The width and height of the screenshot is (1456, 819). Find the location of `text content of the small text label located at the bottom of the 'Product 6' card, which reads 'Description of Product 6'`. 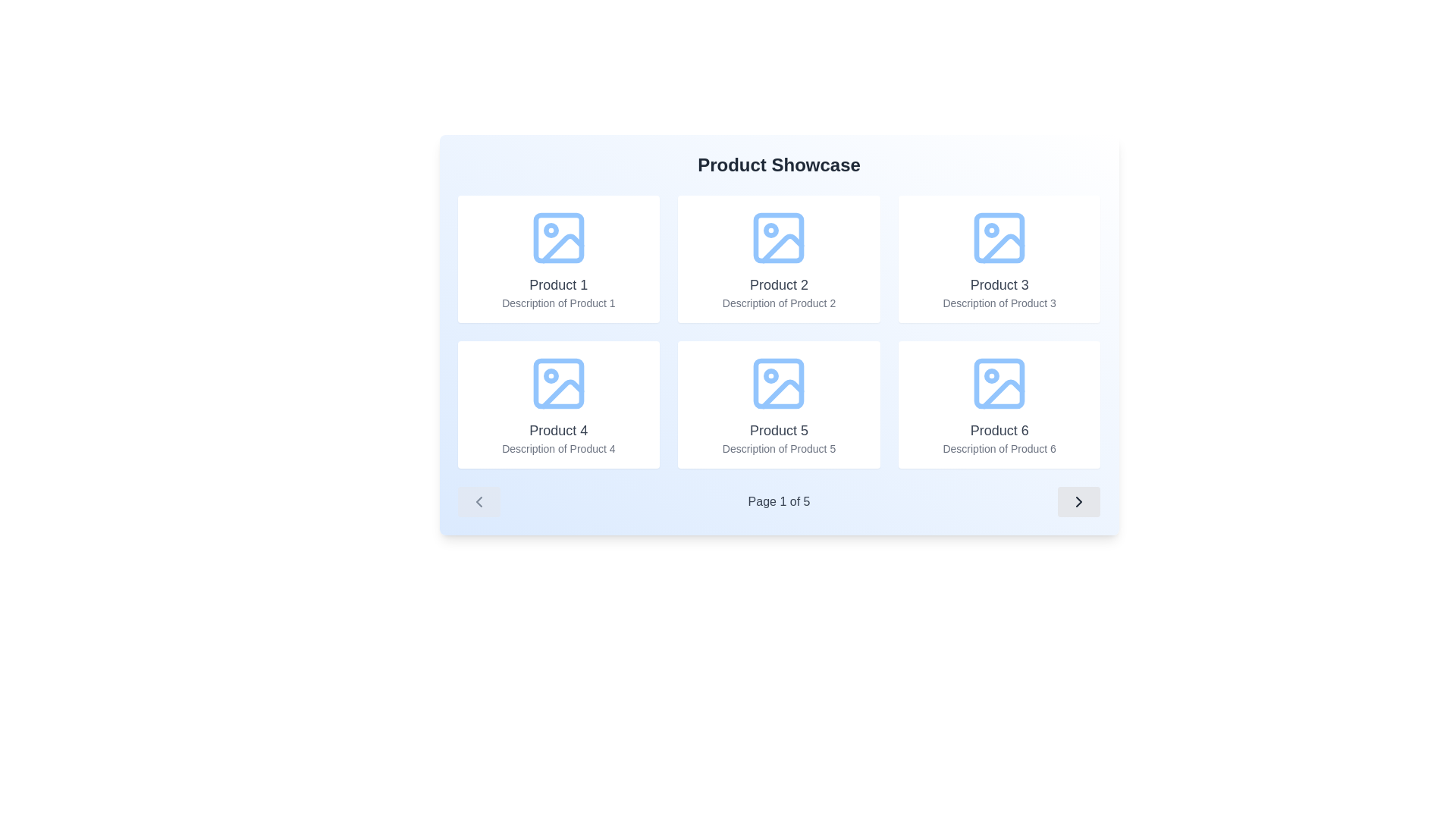

text content of the small text label located at the bottom of the 'Product 6' card, which reads 'Description of Product 6' is located at coordinates (999, 447).